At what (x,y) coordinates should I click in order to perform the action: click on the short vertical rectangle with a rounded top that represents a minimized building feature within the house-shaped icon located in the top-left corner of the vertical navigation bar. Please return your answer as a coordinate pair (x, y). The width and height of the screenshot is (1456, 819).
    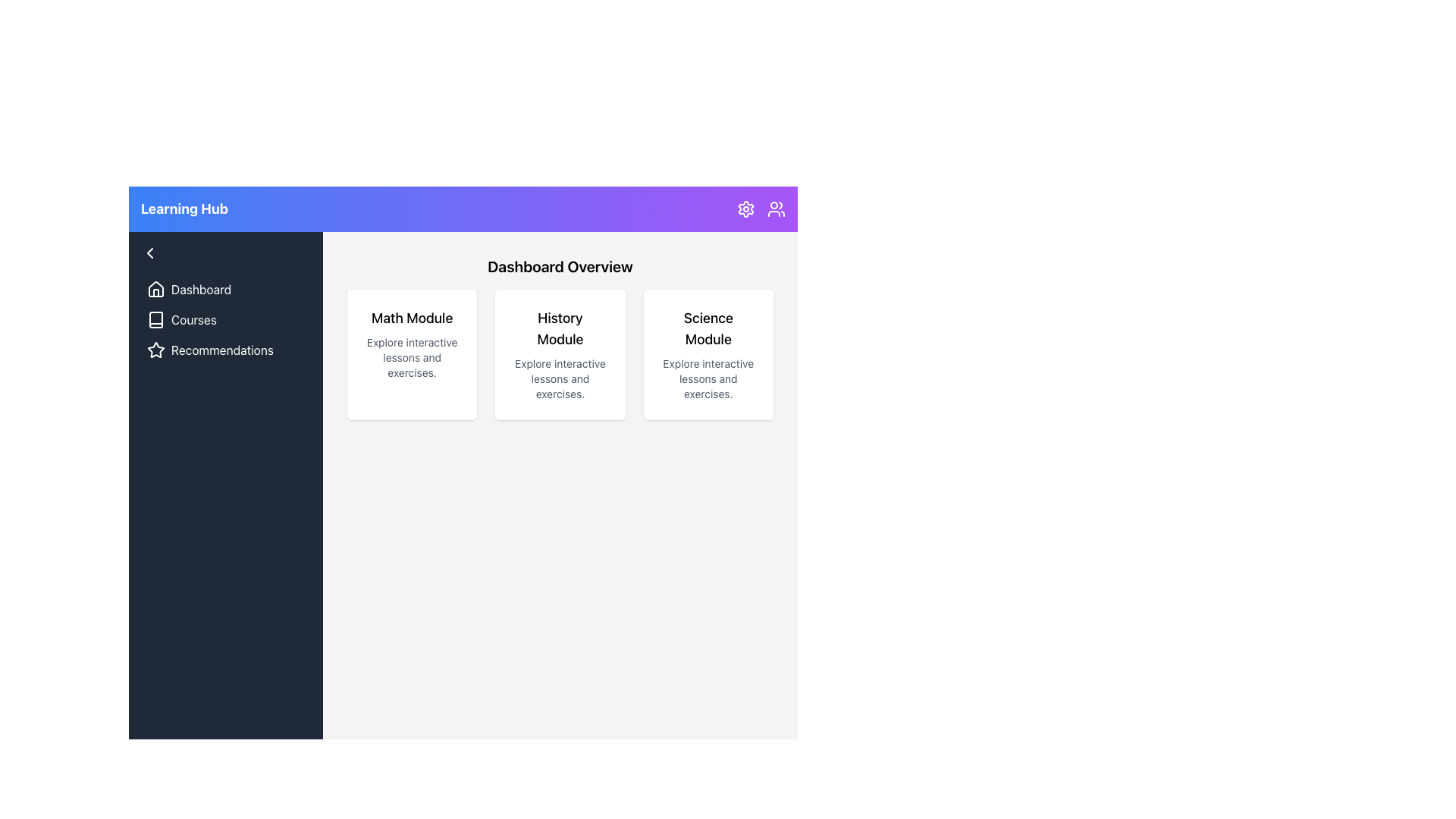
    Looking at the image, I should click on (156, 293).